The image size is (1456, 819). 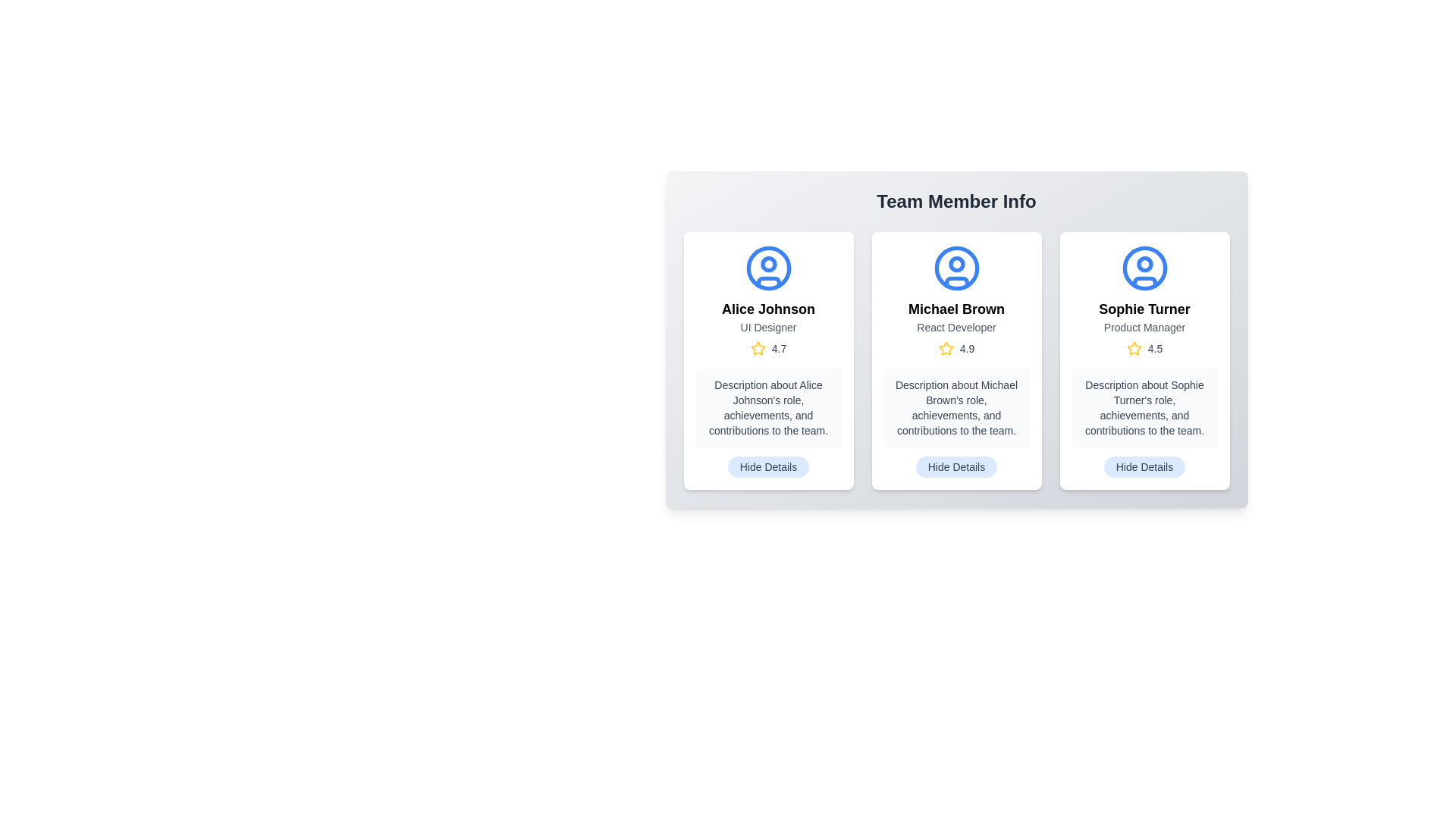 What do you see at coordinates (955, 268) in the screenshot?
I see `the user icon in a blue circle located at the top-middle of the card for 'Michael Brown', which is above the title 'React Developer'` at bounding box center [955, 268].